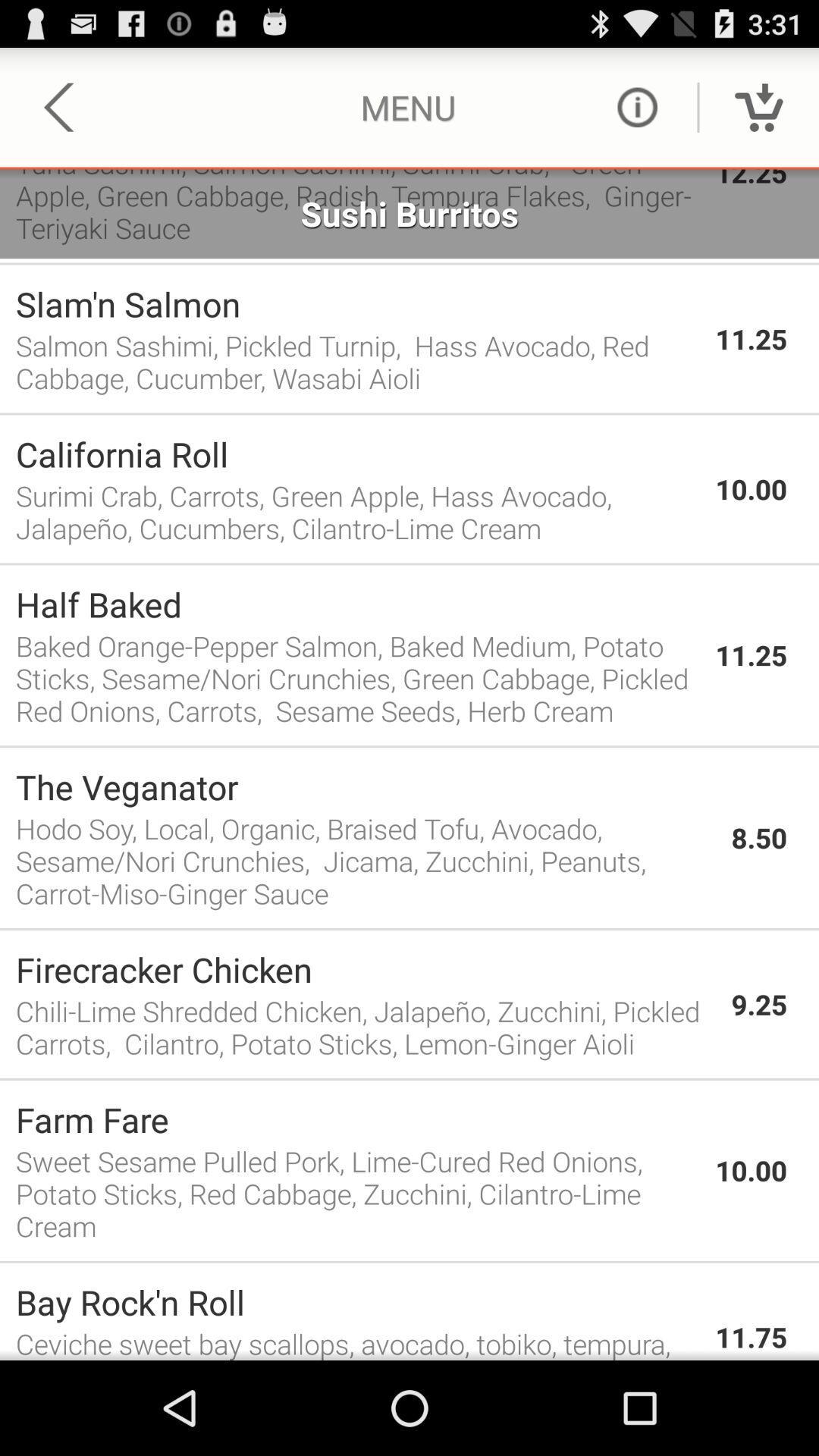  What do you see at coordinates (357, 453) in the screenshot?
I see `icon above surimi crab carrots` at bounding box center [357, 453].